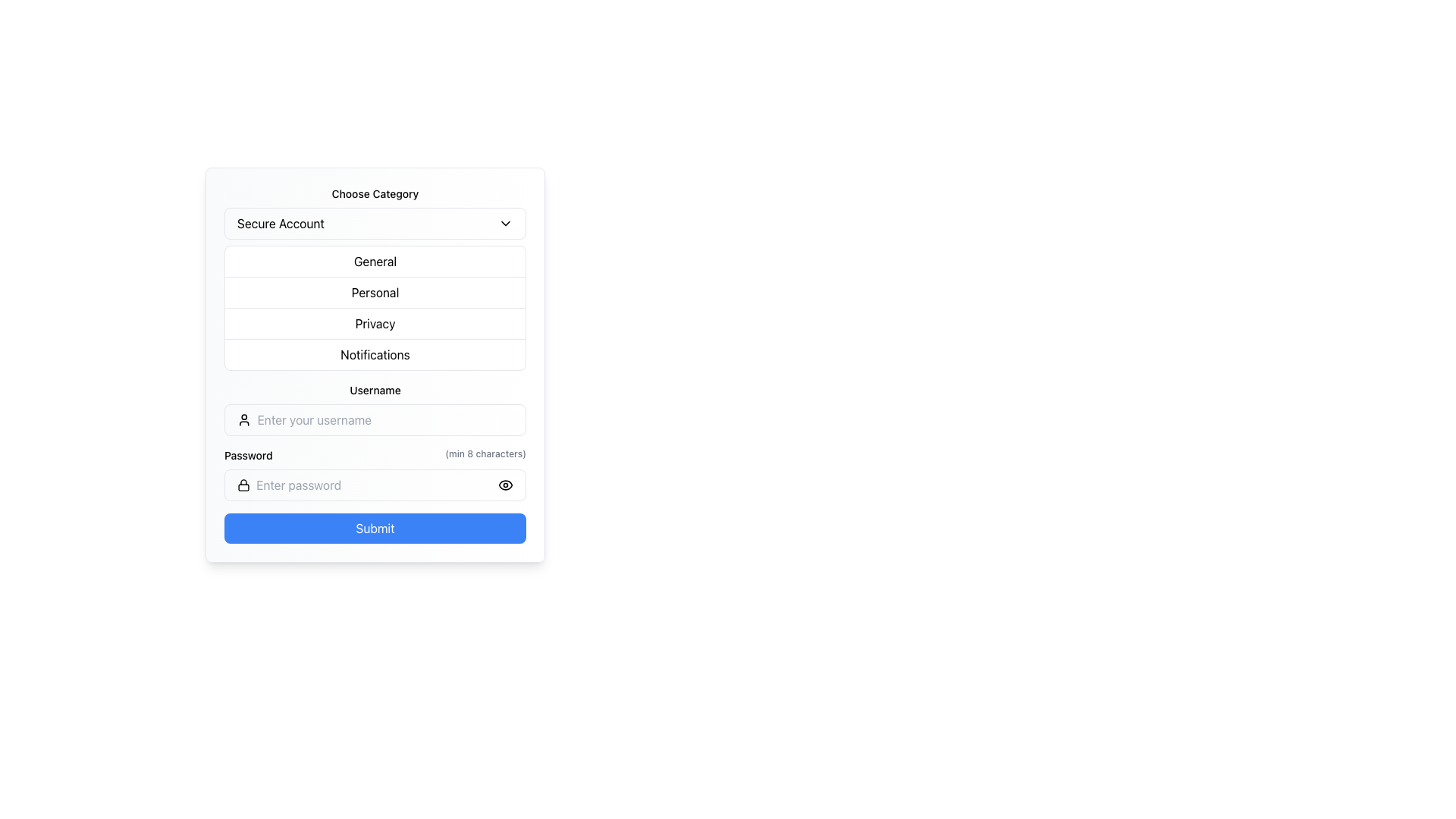 The height and width of the screenshot is (819, 1456). Describe the element at coordinates (375, 528) in the screenshot. I see `the blue rectangular 'Submit' button at the bottom of the form` at that location.